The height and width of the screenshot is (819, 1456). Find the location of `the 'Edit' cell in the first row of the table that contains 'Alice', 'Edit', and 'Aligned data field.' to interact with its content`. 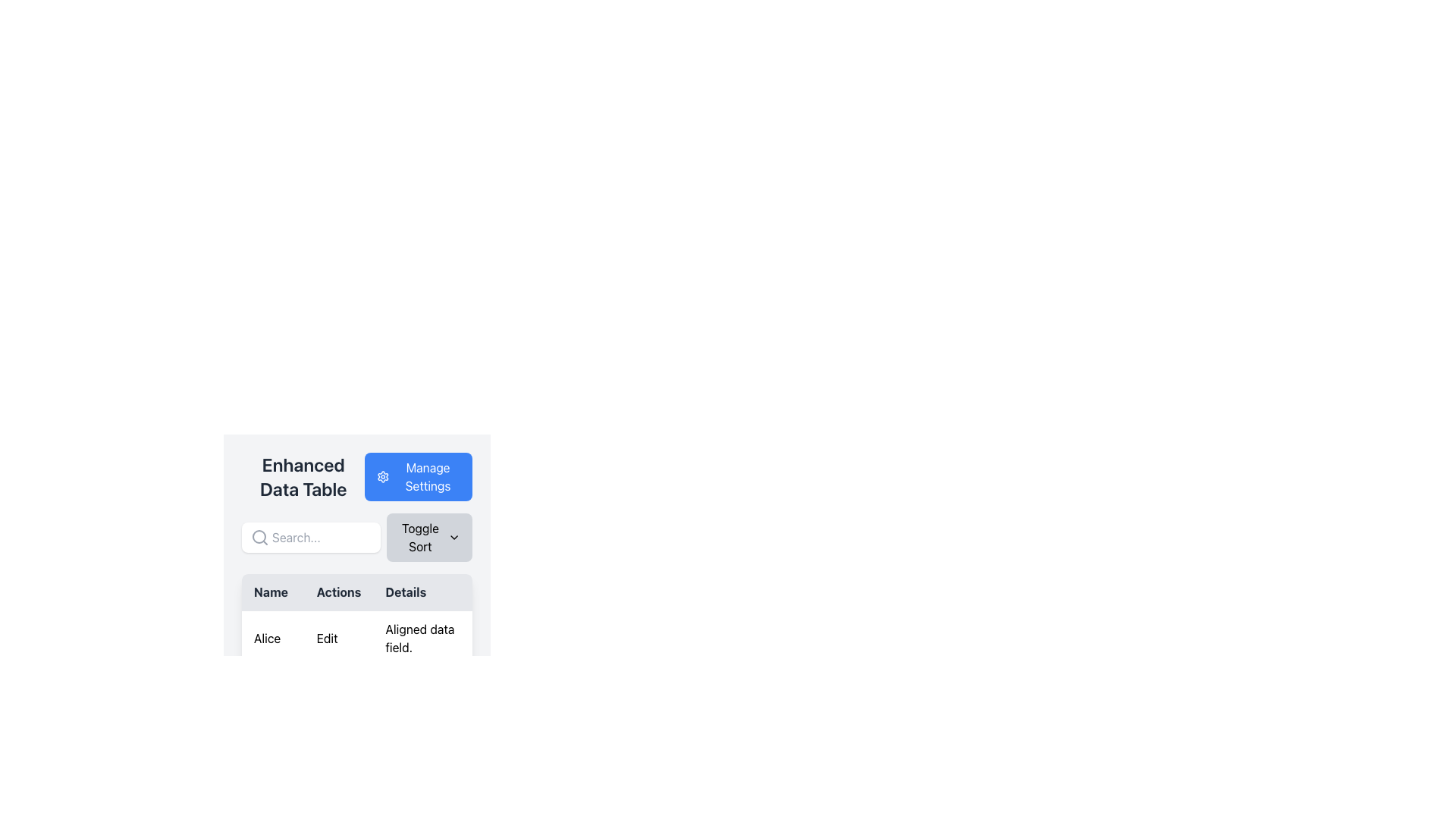

the 'Edit' cell in the first row of the table that contains 'Alice', 'Edit', and 'Aligned data field.' to interact with its content is located at coordinates (356, 638).